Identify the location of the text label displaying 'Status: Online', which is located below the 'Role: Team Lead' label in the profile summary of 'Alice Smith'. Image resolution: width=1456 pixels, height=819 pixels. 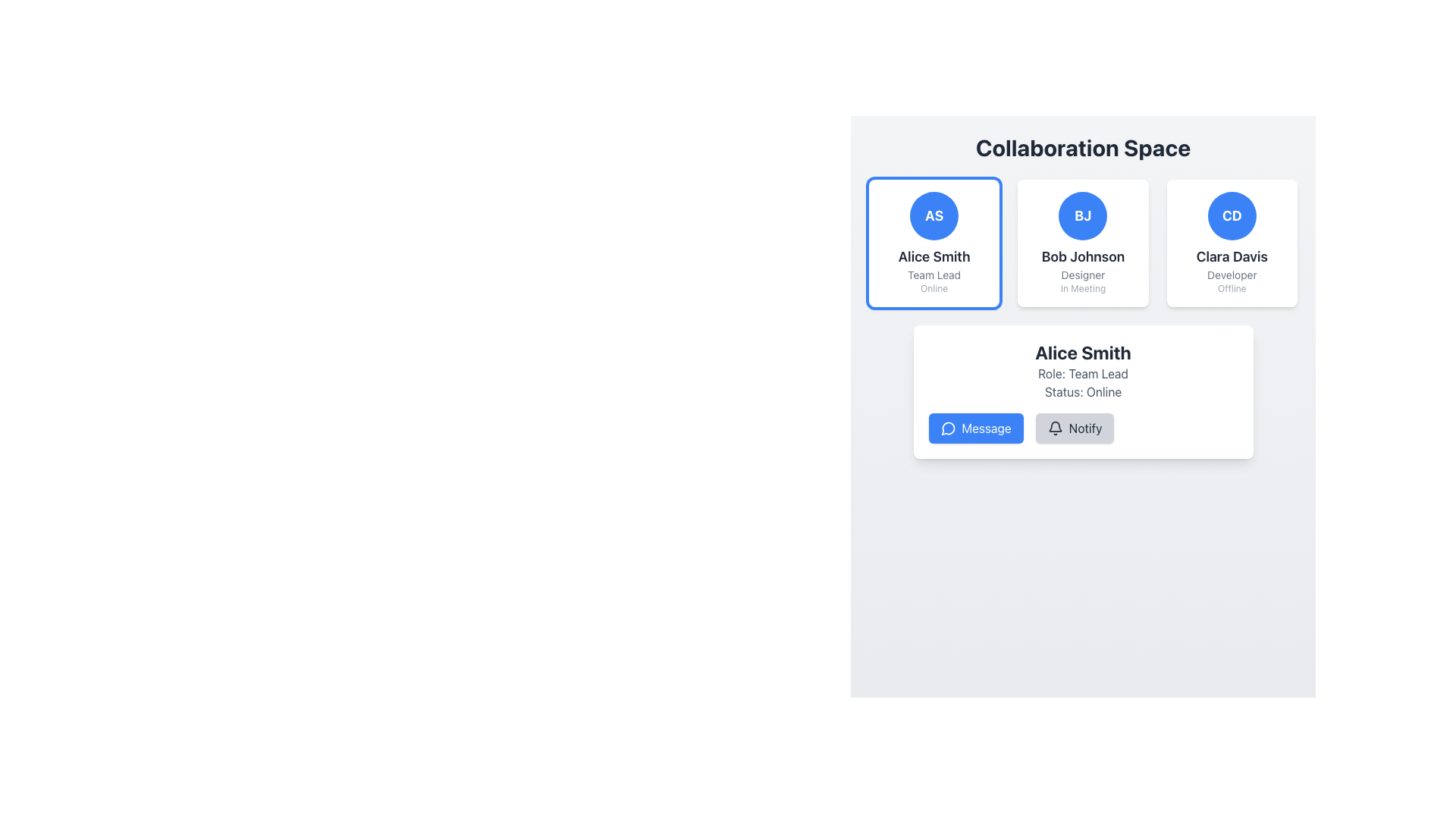
(1082, 391).